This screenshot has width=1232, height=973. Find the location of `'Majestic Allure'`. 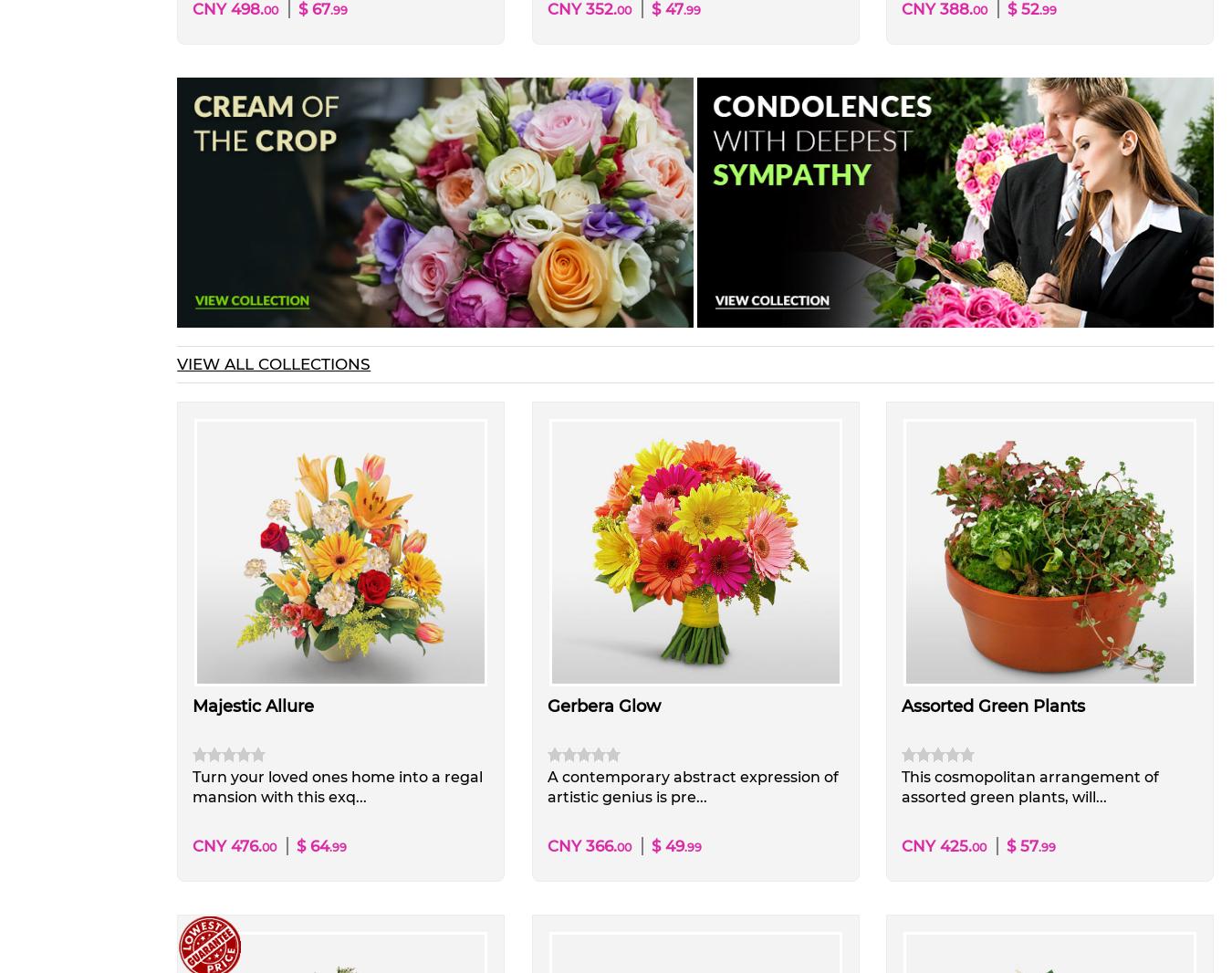

'Majestic Allure' is located at coordinates (193, 706).